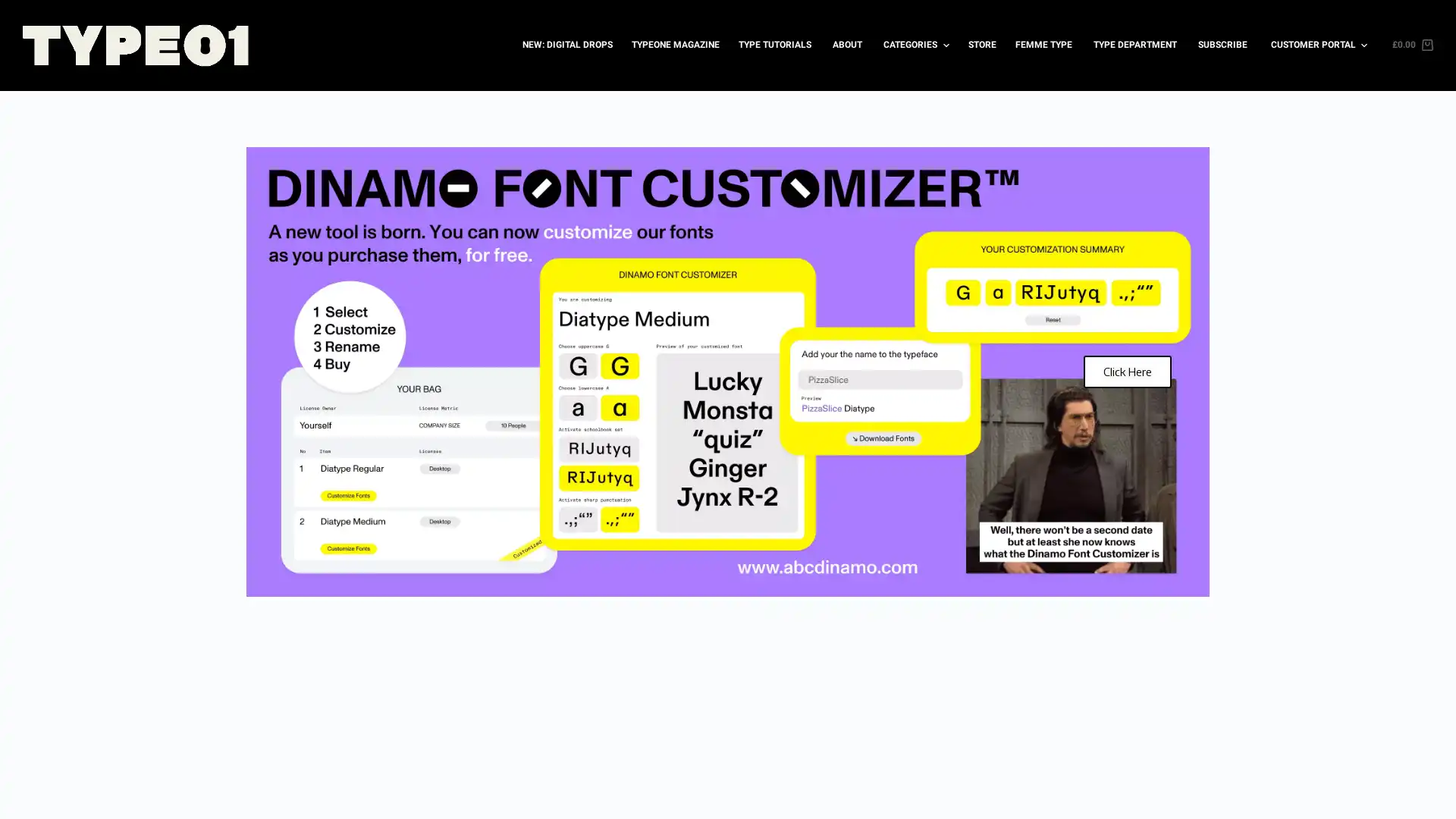  I want to click on Go to slide 1, so click(706, 585).